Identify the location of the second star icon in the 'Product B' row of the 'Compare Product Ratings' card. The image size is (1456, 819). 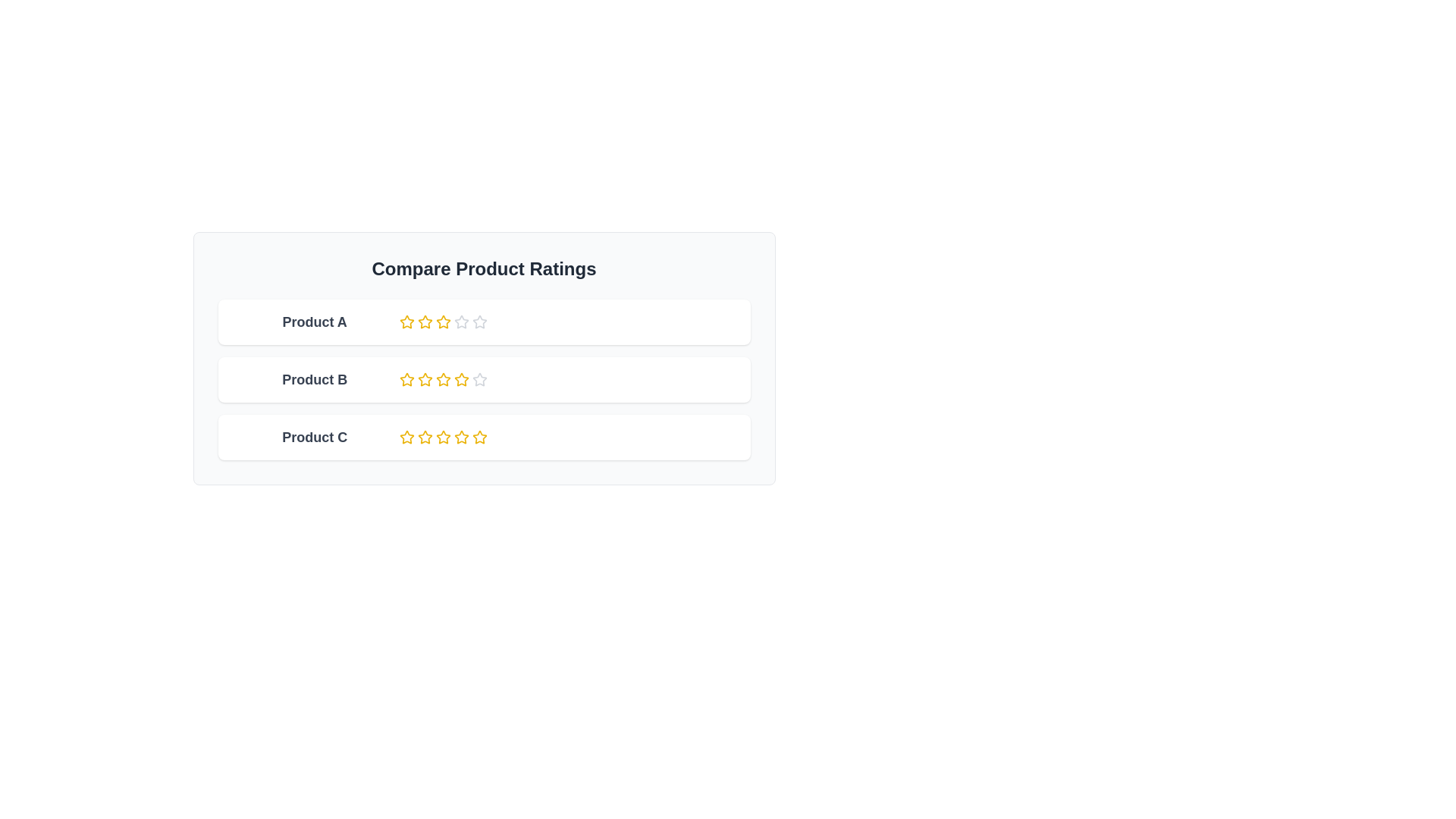
(425, 379).